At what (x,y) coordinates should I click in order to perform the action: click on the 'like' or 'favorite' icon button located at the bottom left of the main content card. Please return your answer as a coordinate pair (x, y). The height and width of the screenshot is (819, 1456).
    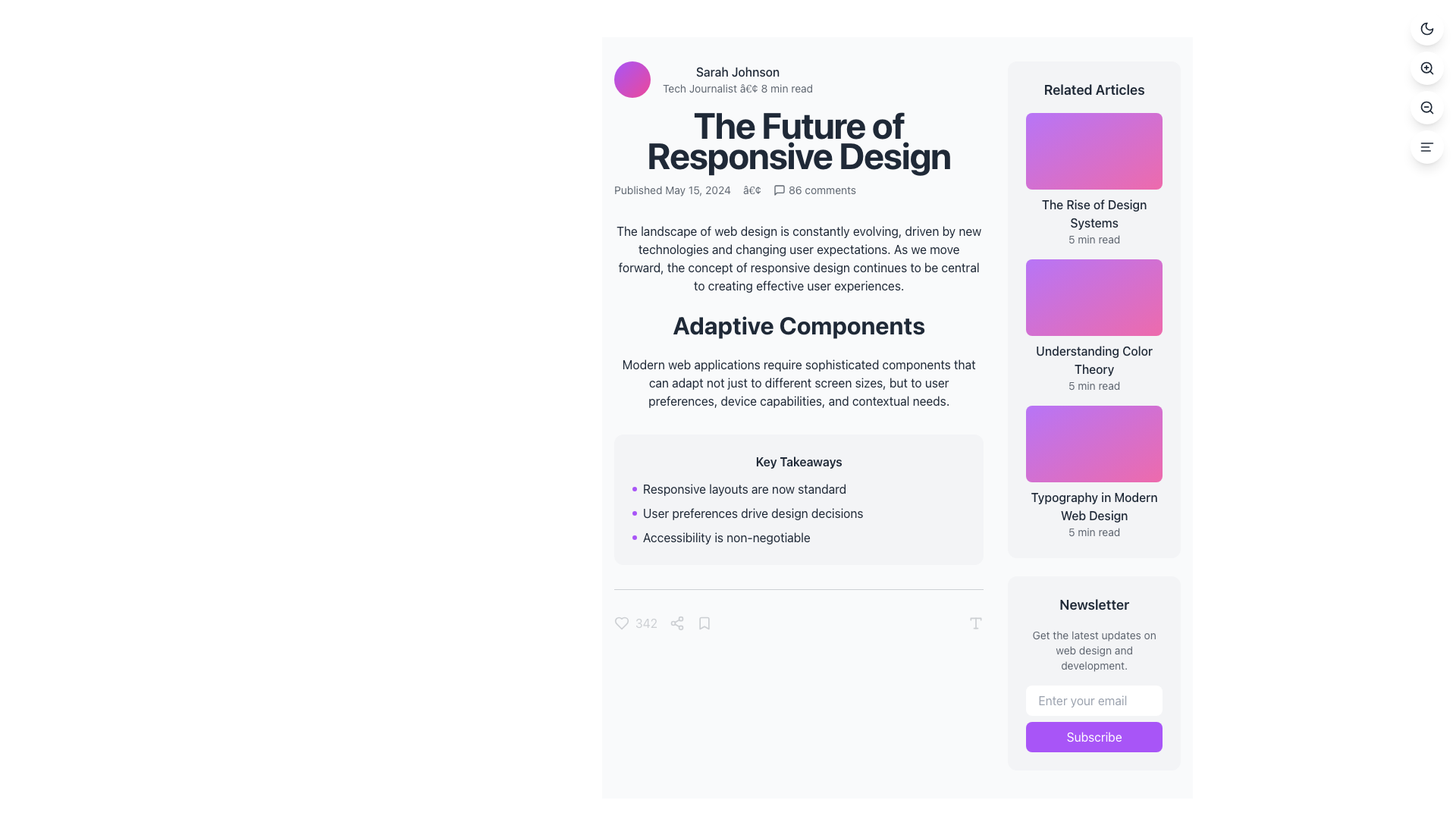
    Looking at the image, I should click on (622, 623).